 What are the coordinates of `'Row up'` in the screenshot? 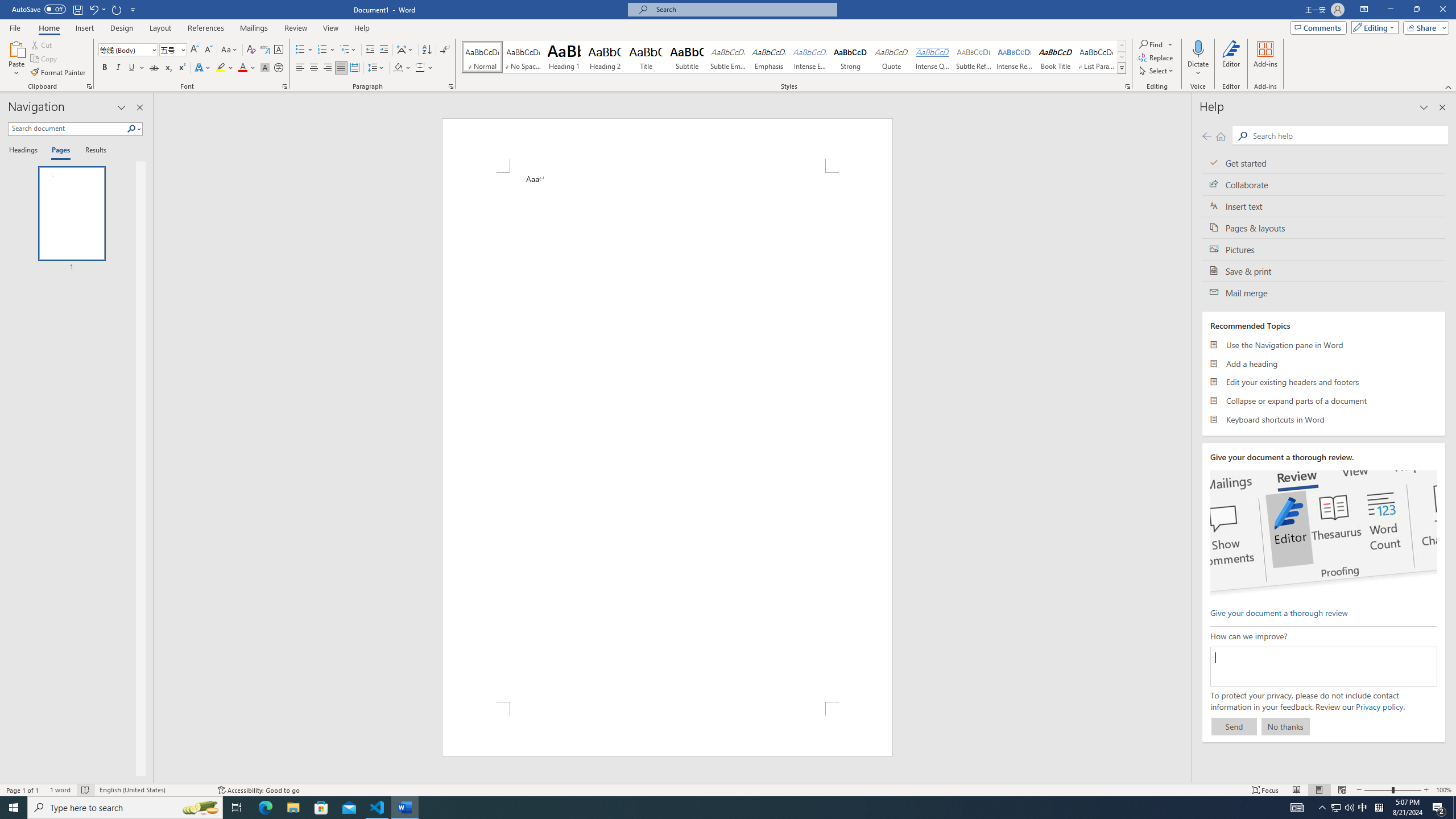 It's located at (1122, 45).